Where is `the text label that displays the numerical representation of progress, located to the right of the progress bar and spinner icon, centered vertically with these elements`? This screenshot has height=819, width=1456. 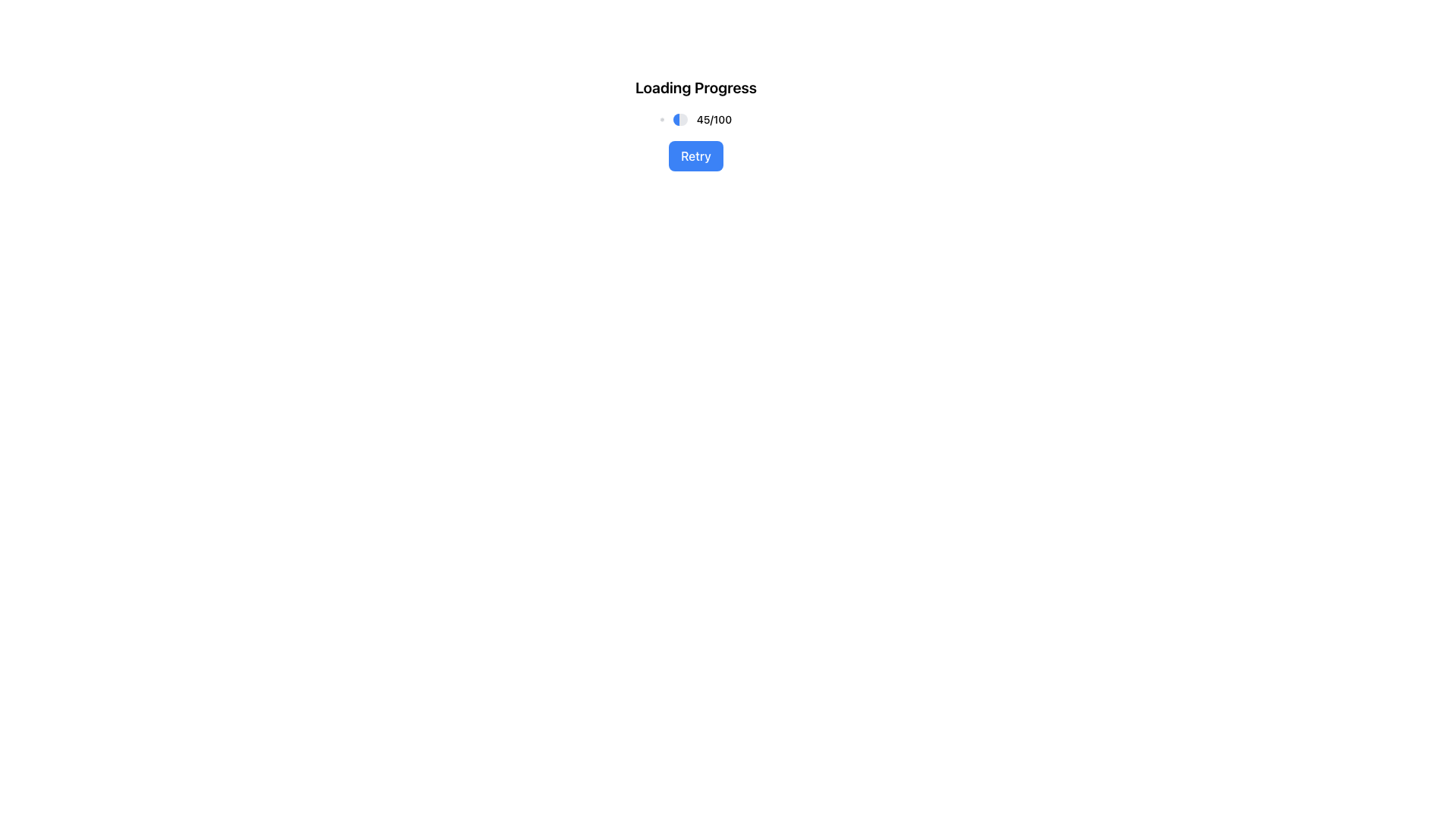
the text label that displays the numerical representation of progress, located to the right of the progress bar and spinner icon, centered vertically with these elements is located at coordinates (713, 119).